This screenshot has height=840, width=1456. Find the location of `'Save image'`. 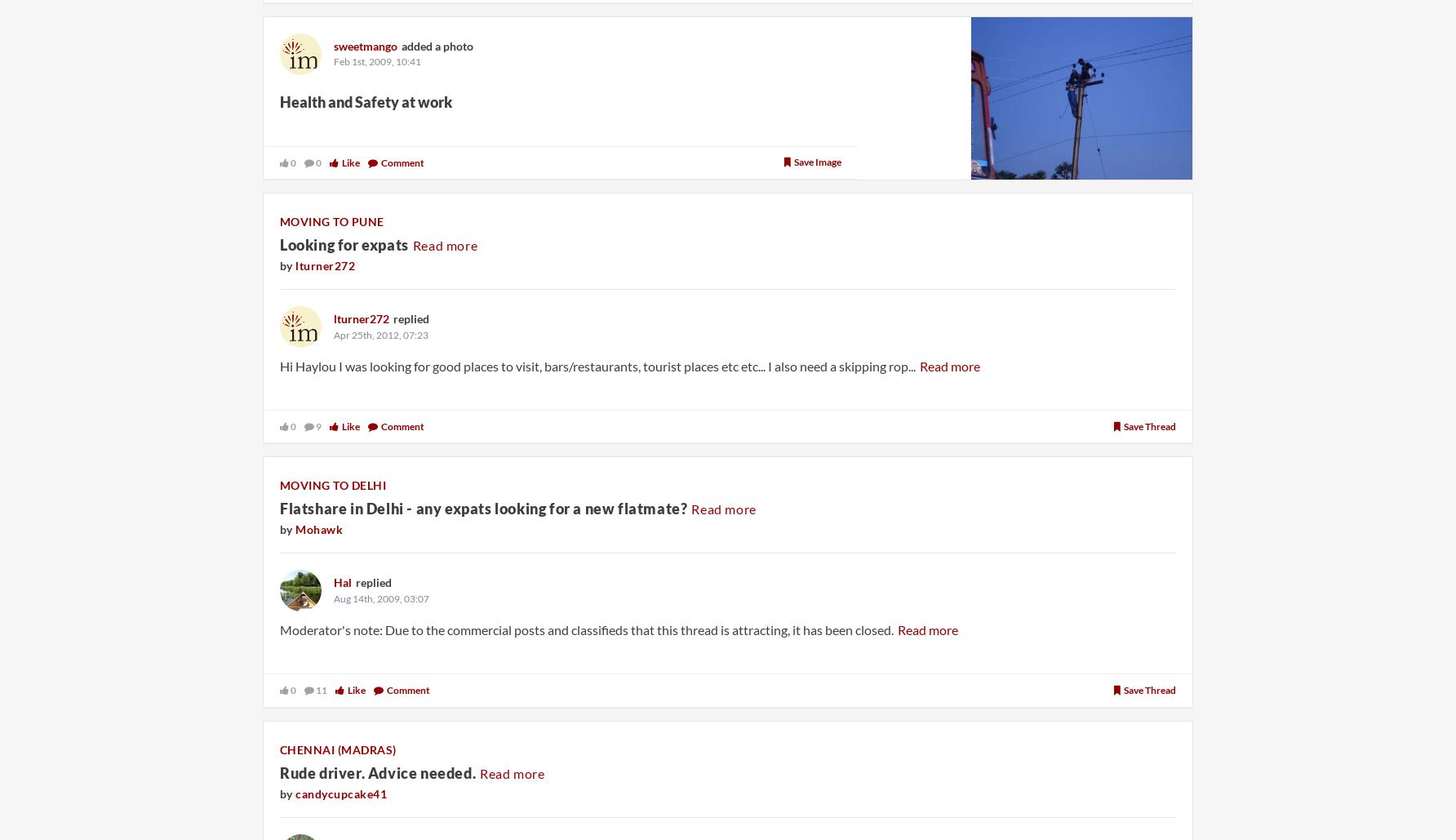

'Save image' is located at coordinates (818, 162).